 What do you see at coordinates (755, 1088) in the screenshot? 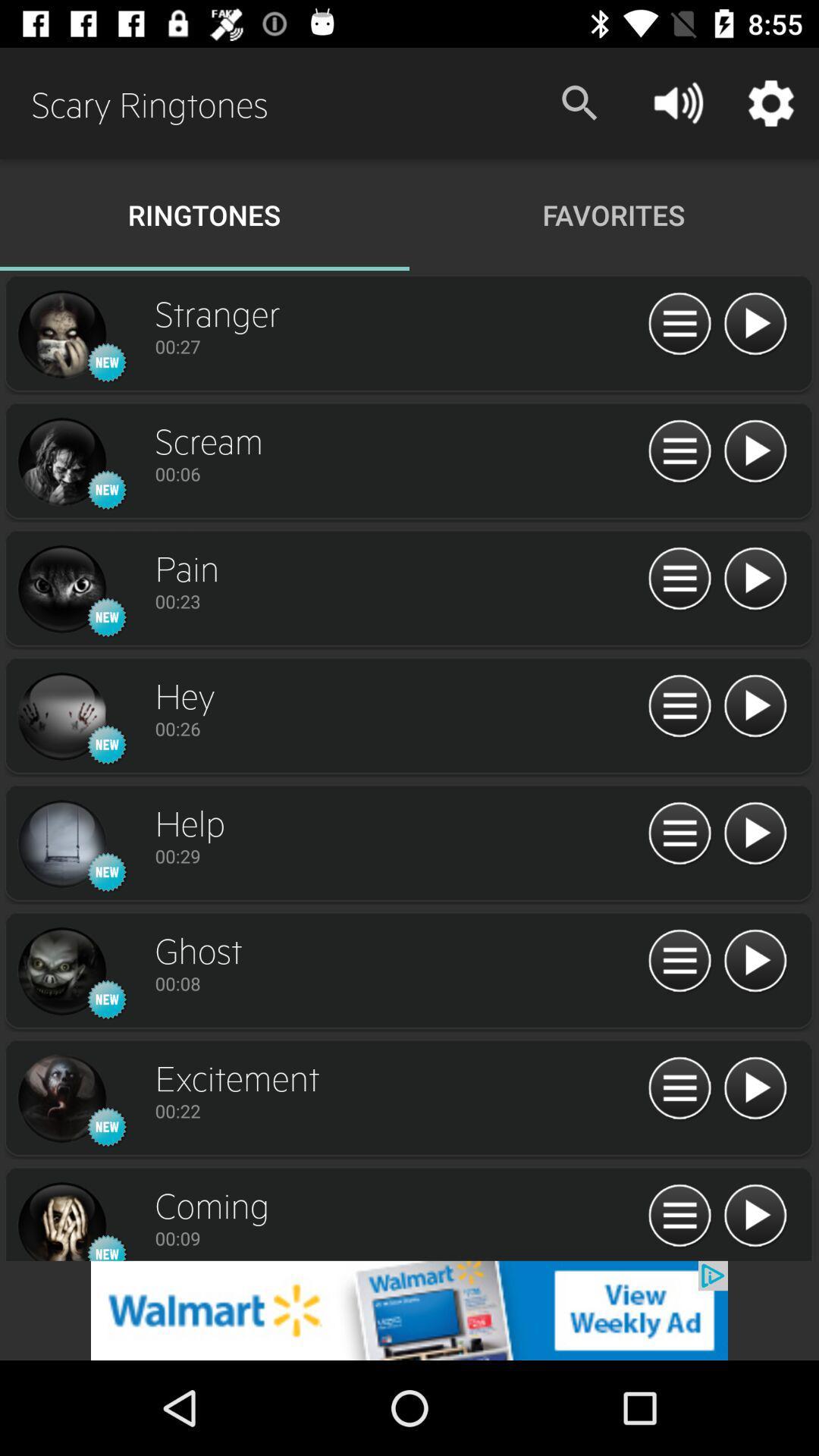
I see `patton` at bounding box center [755, 1088].